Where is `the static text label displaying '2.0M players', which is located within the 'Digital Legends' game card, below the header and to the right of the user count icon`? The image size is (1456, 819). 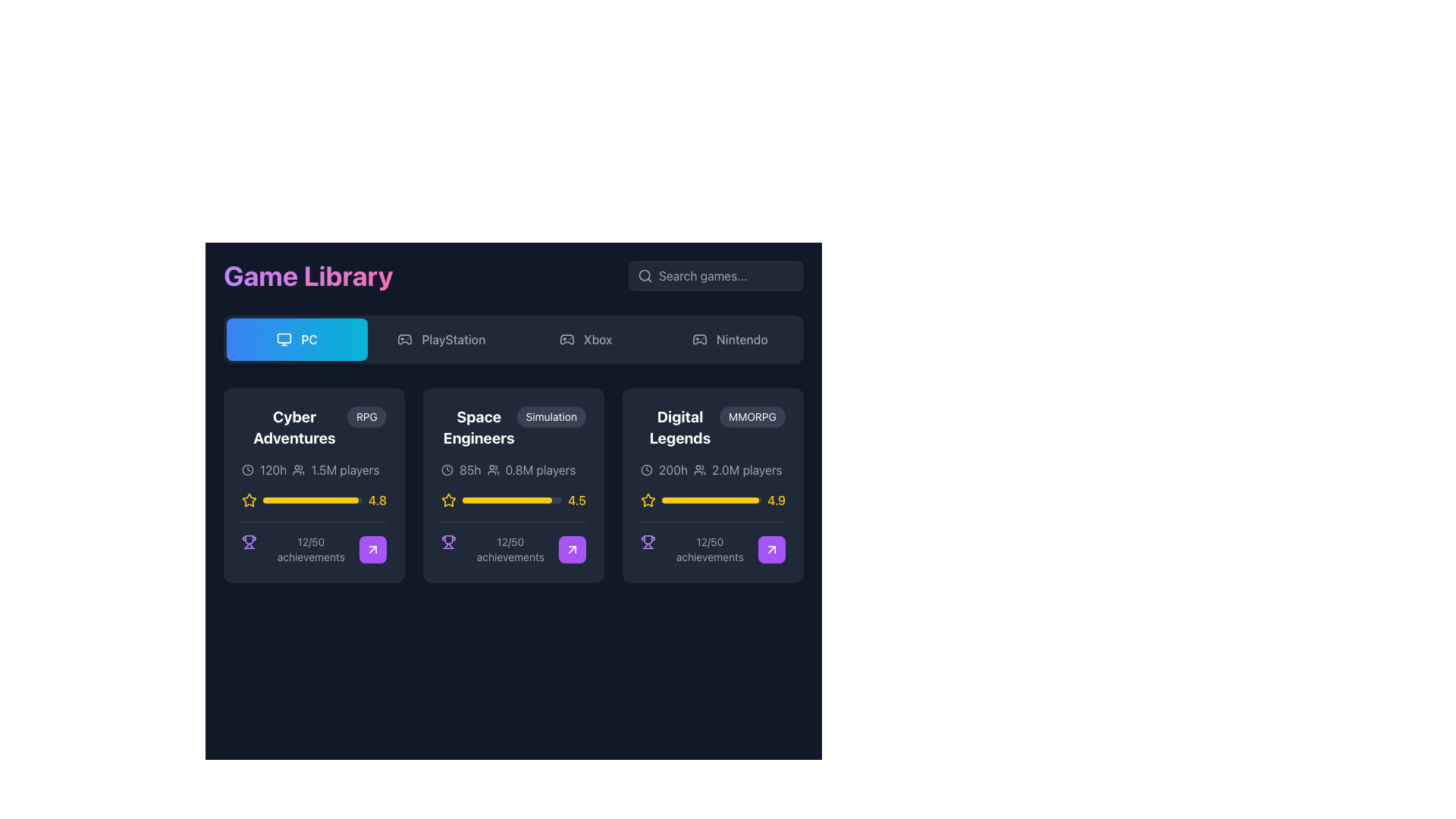 the static text label displaying '2.0M players', which is located within the 'Digital Legends' game card, below the header and to the right of the user count icon is located at coordinates (747, 469).